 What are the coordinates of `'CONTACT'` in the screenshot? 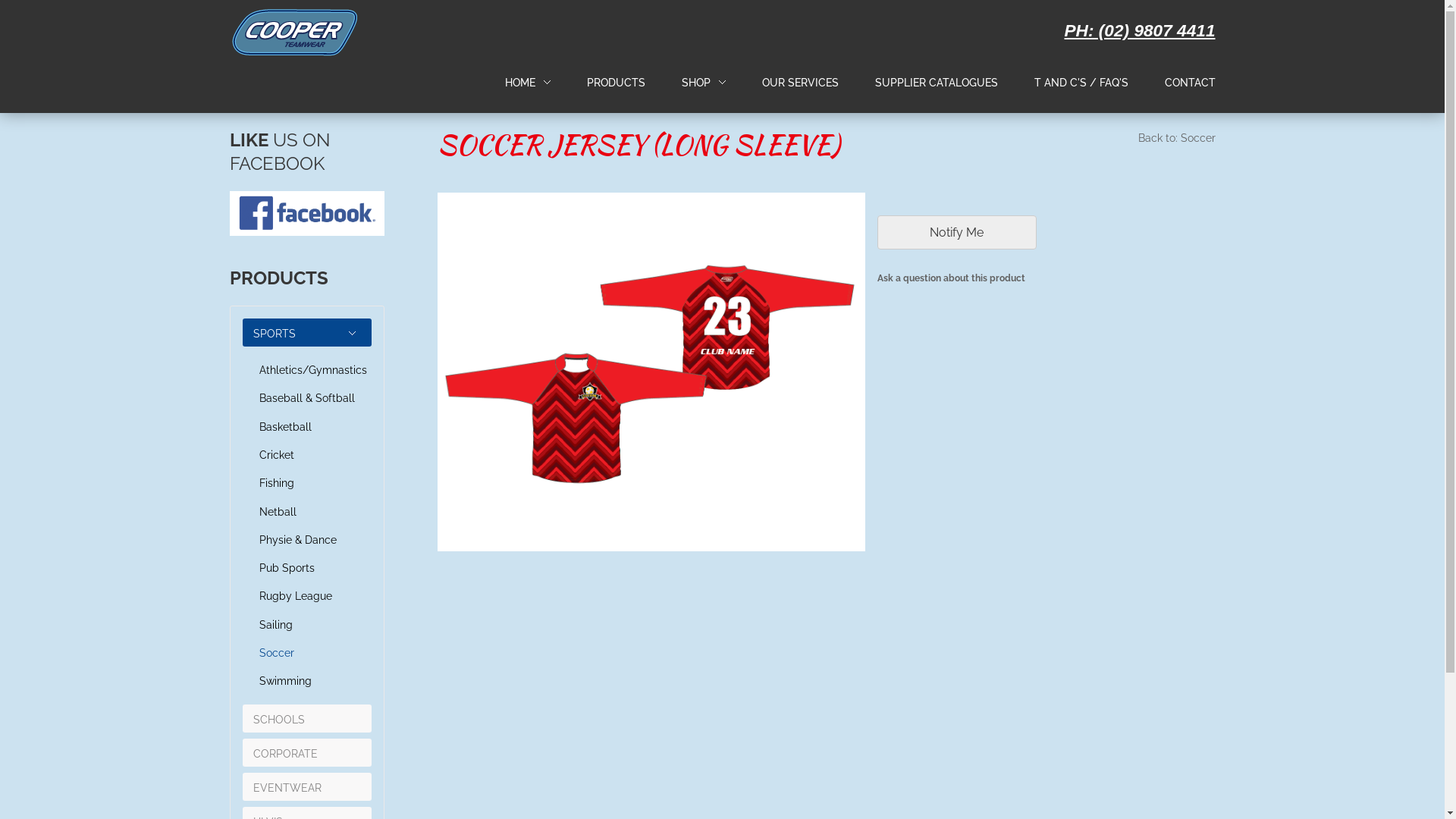 It's located at (1164, 82).